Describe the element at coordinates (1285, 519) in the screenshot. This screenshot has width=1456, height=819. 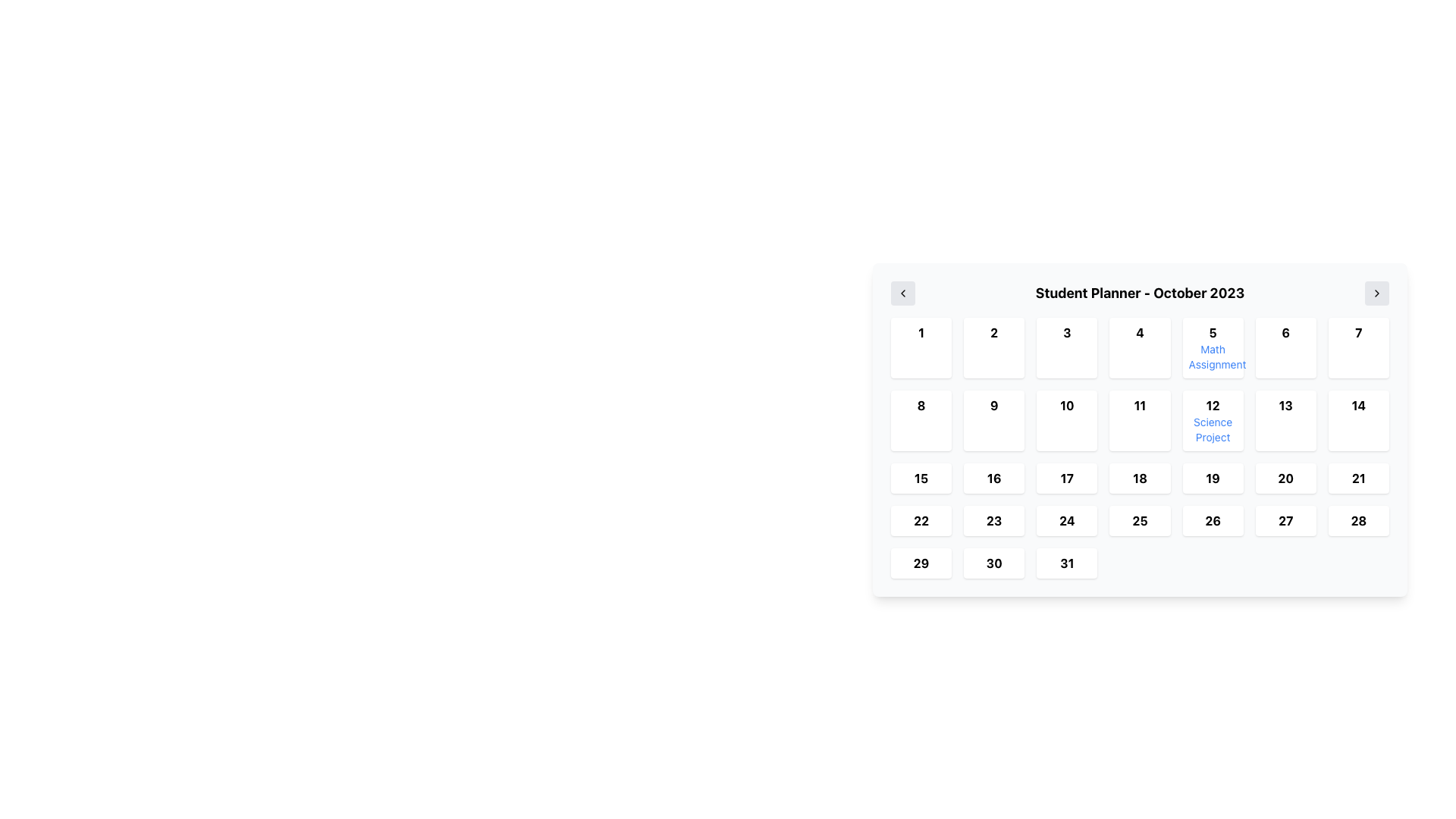
I see `the bold text label '27' located in the bottom row, second cell from the right of the calendar grid` at that location.